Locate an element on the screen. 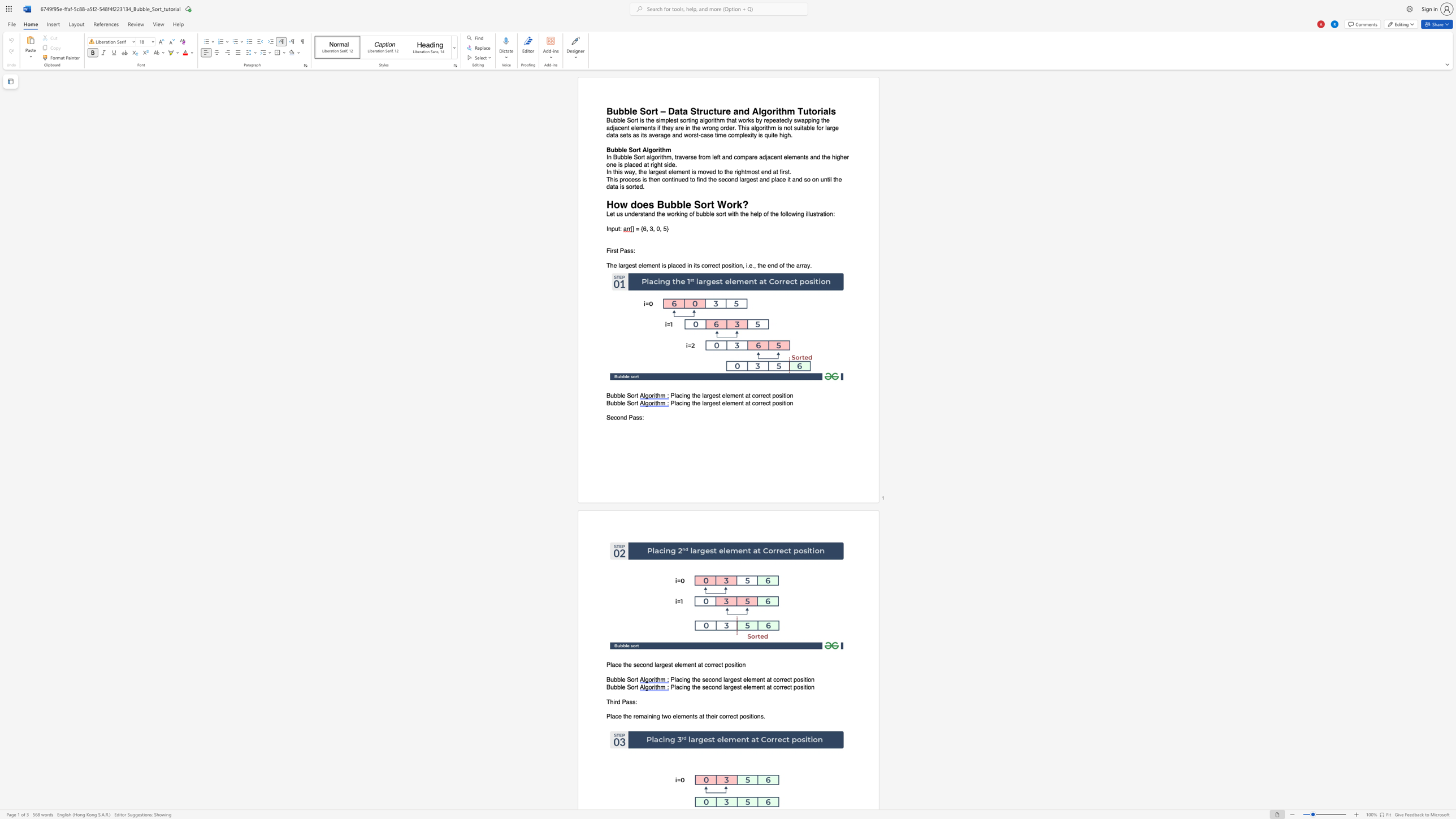  the subset text "most end at" within the text "In this way, the largest element is moved to the rightmost end at first." is located at coordinates (746, 172).